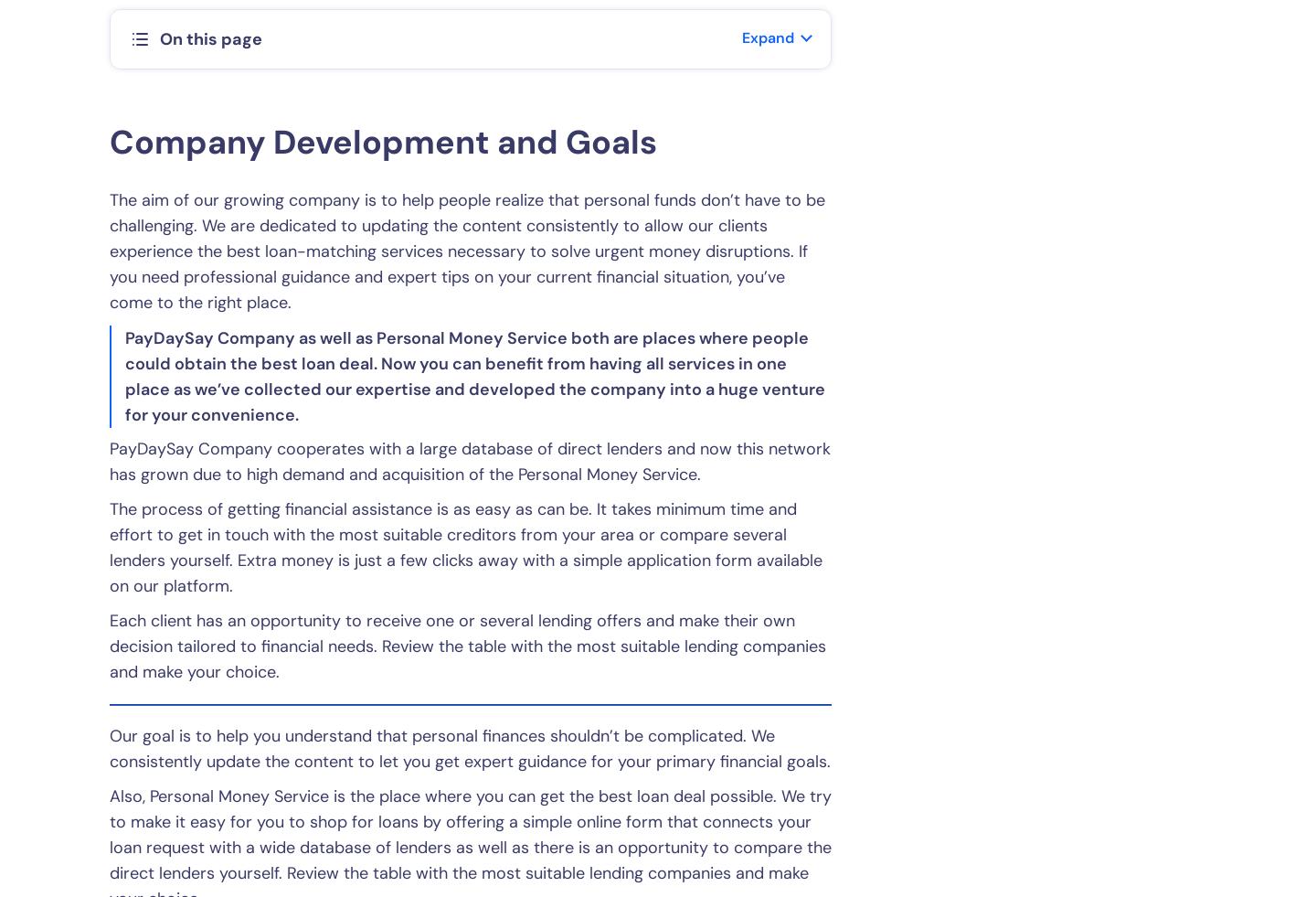  I want to click on 'Disclaimer', so click(152, 690).